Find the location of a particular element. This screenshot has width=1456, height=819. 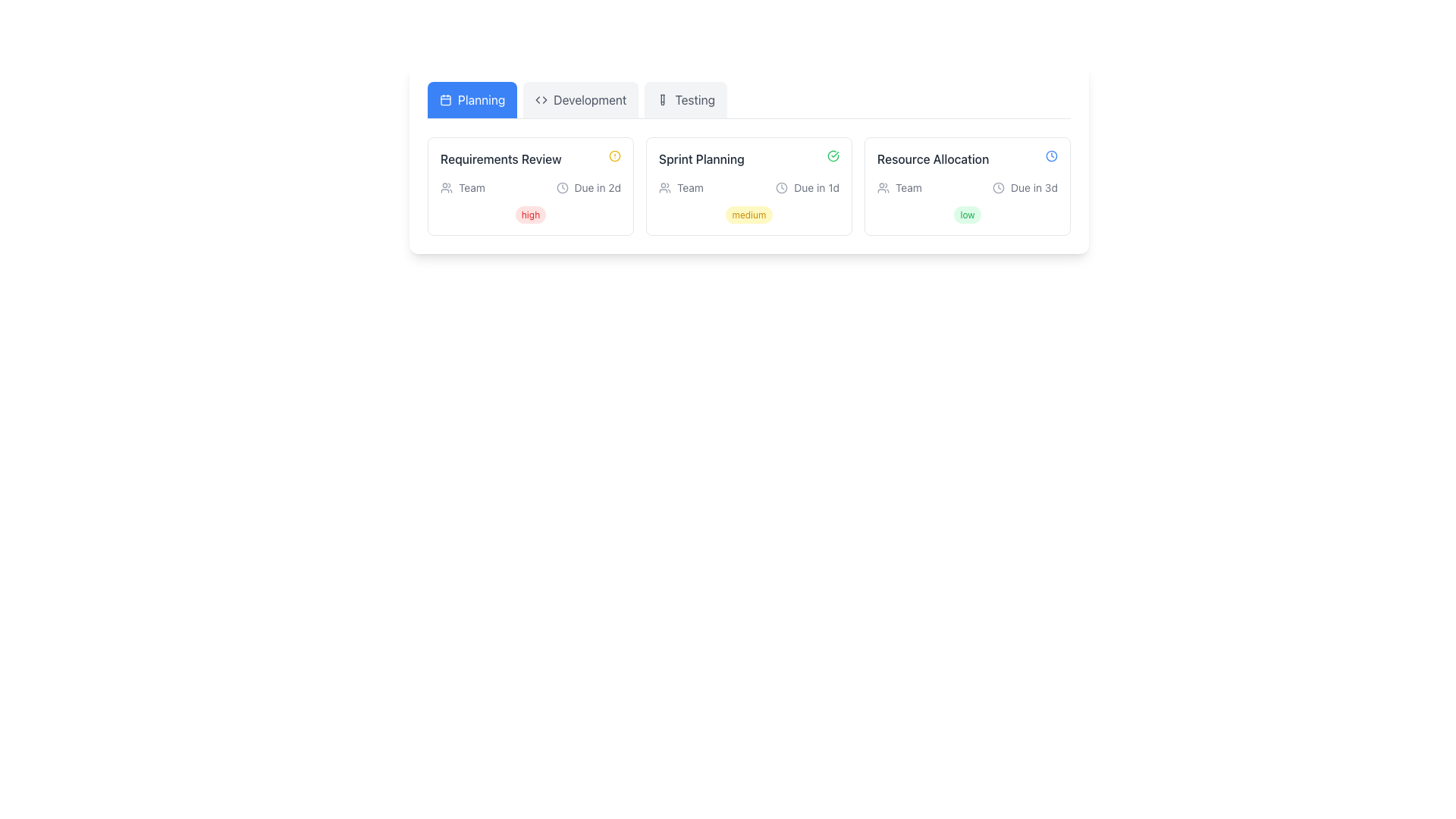

the decorative circle component of the clock icon, which is located to the right of the 'Sprint Planning' label and near the 'Due in 1d' text is located at coordinates (782, 187).